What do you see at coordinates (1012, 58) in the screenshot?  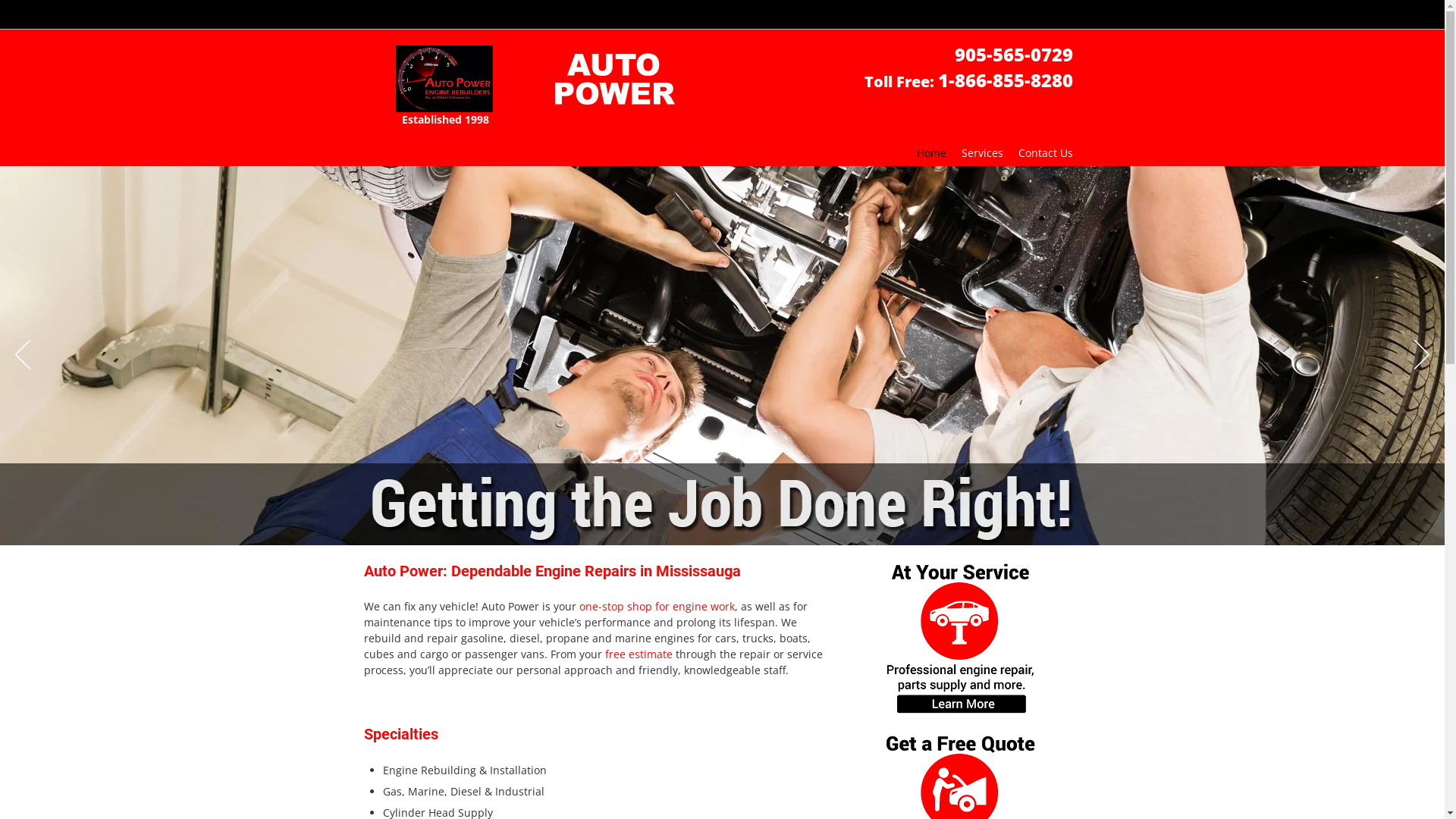 I see `'905-565-0729'` at bounding box center [1012, 58].